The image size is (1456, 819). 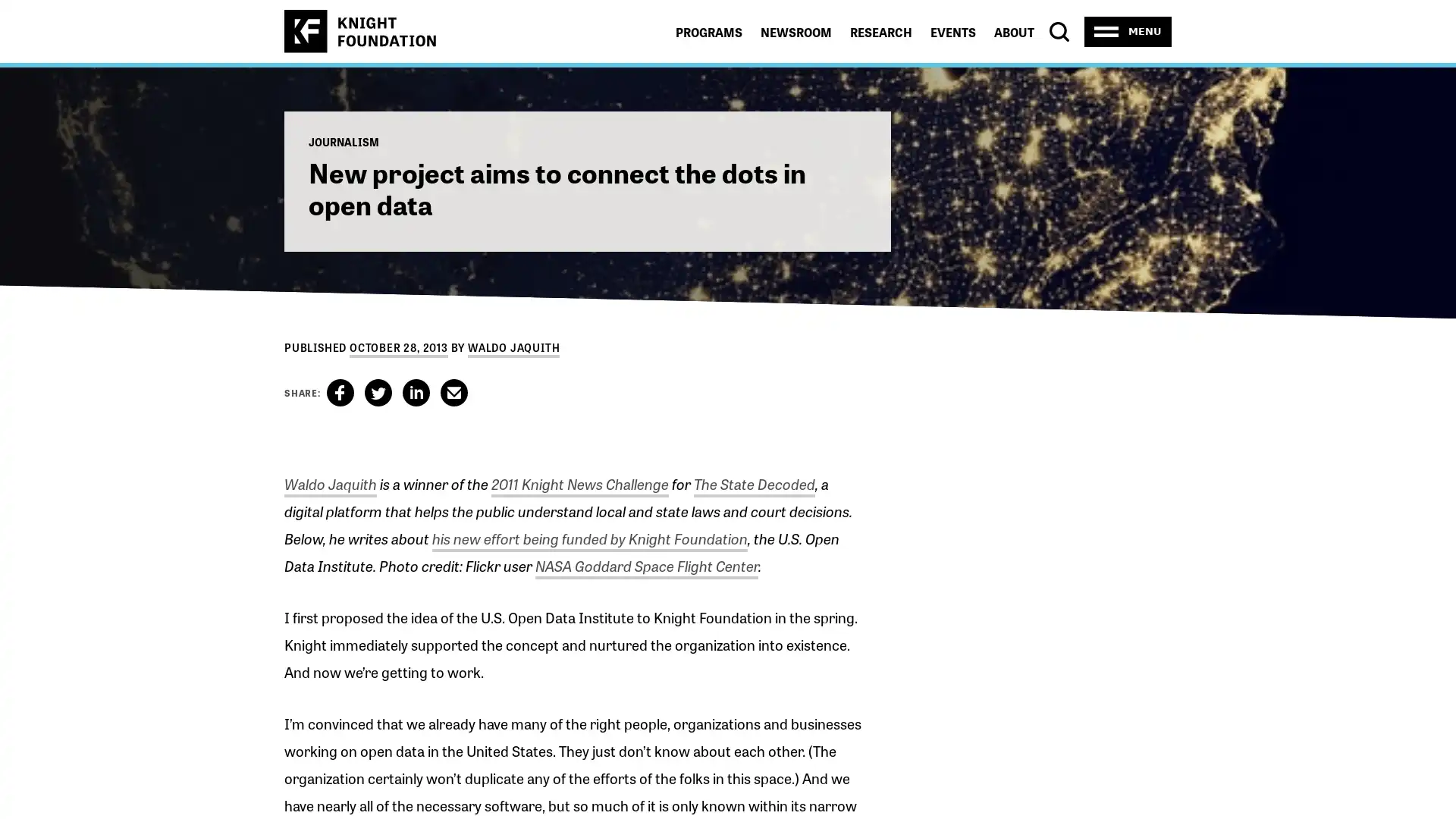 What do you see at coordinates (1128, 31) in the screenshot?
I see `MENU` at bounding box center [1128, 31].